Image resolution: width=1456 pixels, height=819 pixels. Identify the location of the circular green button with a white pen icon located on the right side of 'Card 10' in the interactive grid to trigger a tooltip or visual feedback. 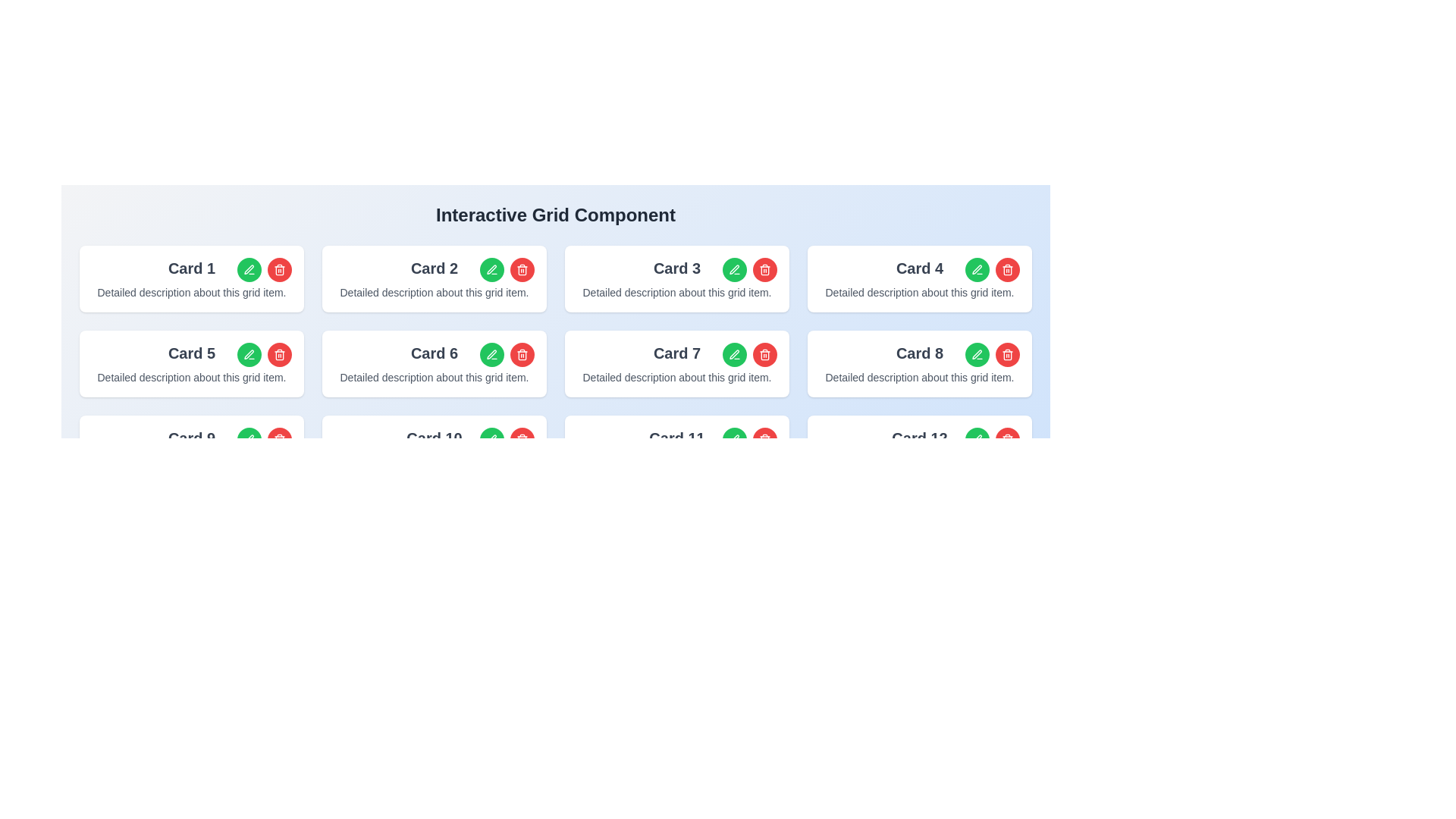
(491, 439).